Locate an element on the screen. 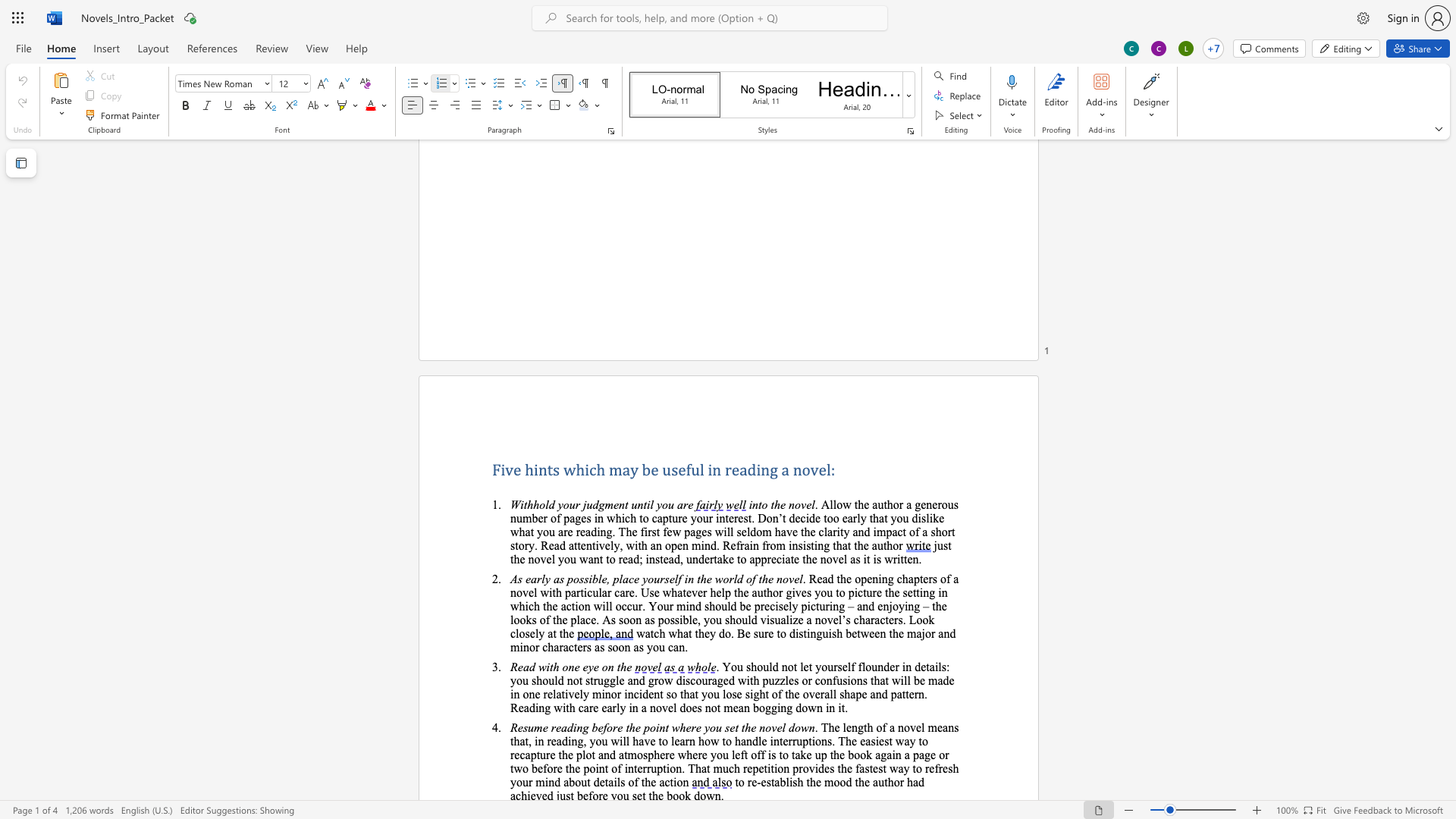 This screenshot has height=819, width=1456. the space between the continuous character "y" and "o" in the text is located at coordinates (706, 694).